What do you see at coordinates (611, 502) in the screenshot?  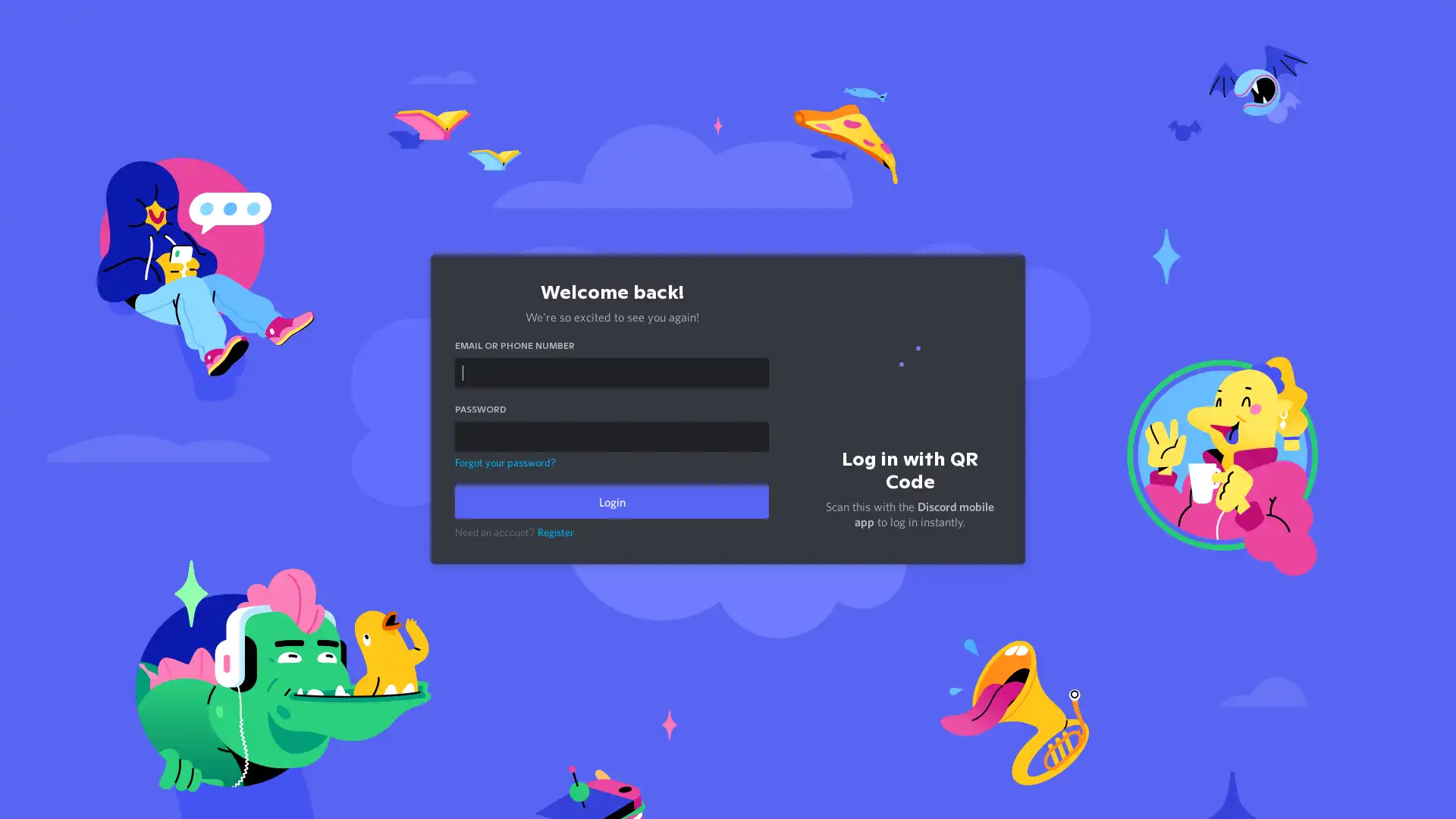 I see `Login` at bounding box center [611, 502].